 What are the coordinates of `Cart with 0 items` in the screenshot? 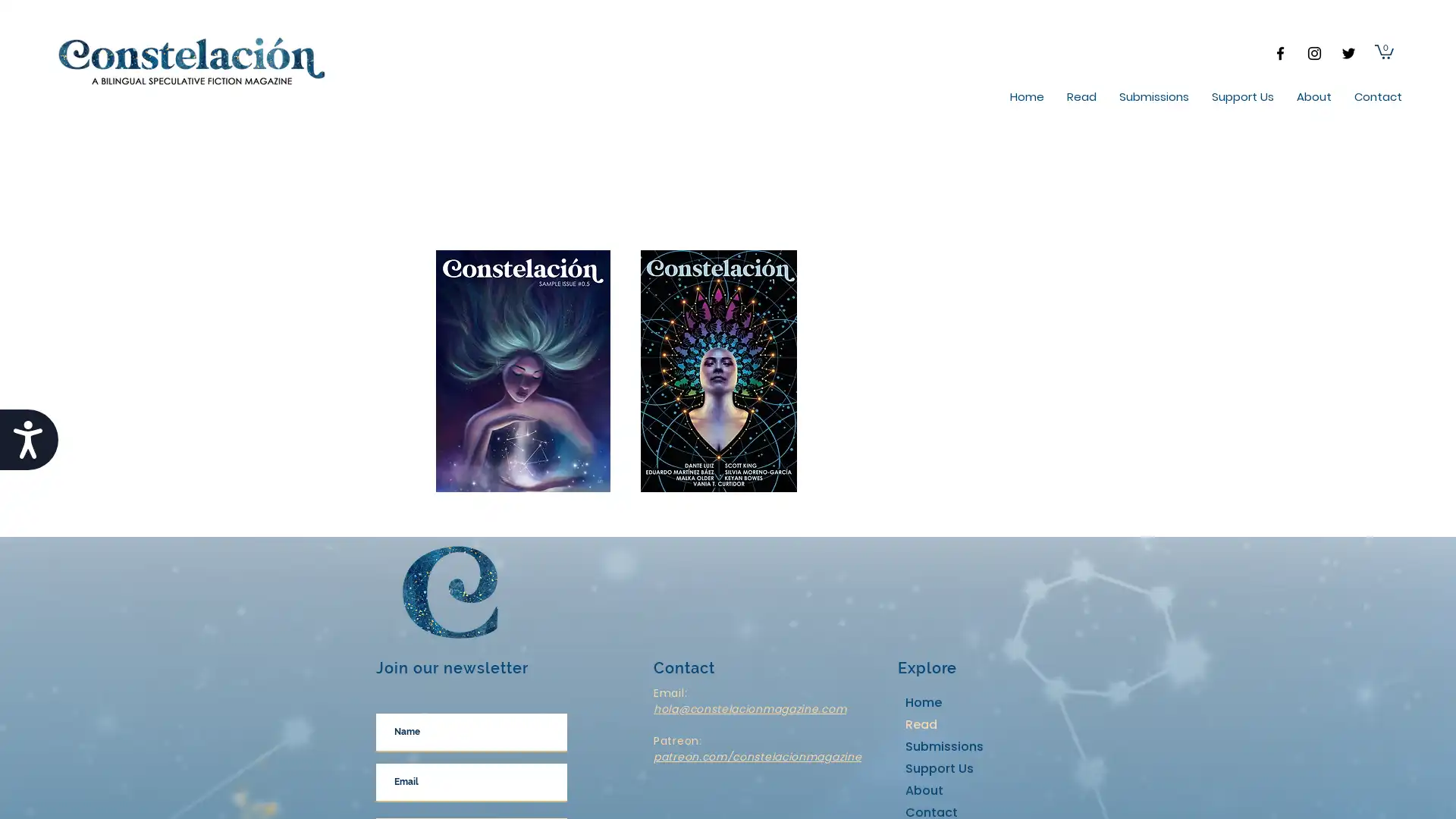 It's located at (1384, 49).